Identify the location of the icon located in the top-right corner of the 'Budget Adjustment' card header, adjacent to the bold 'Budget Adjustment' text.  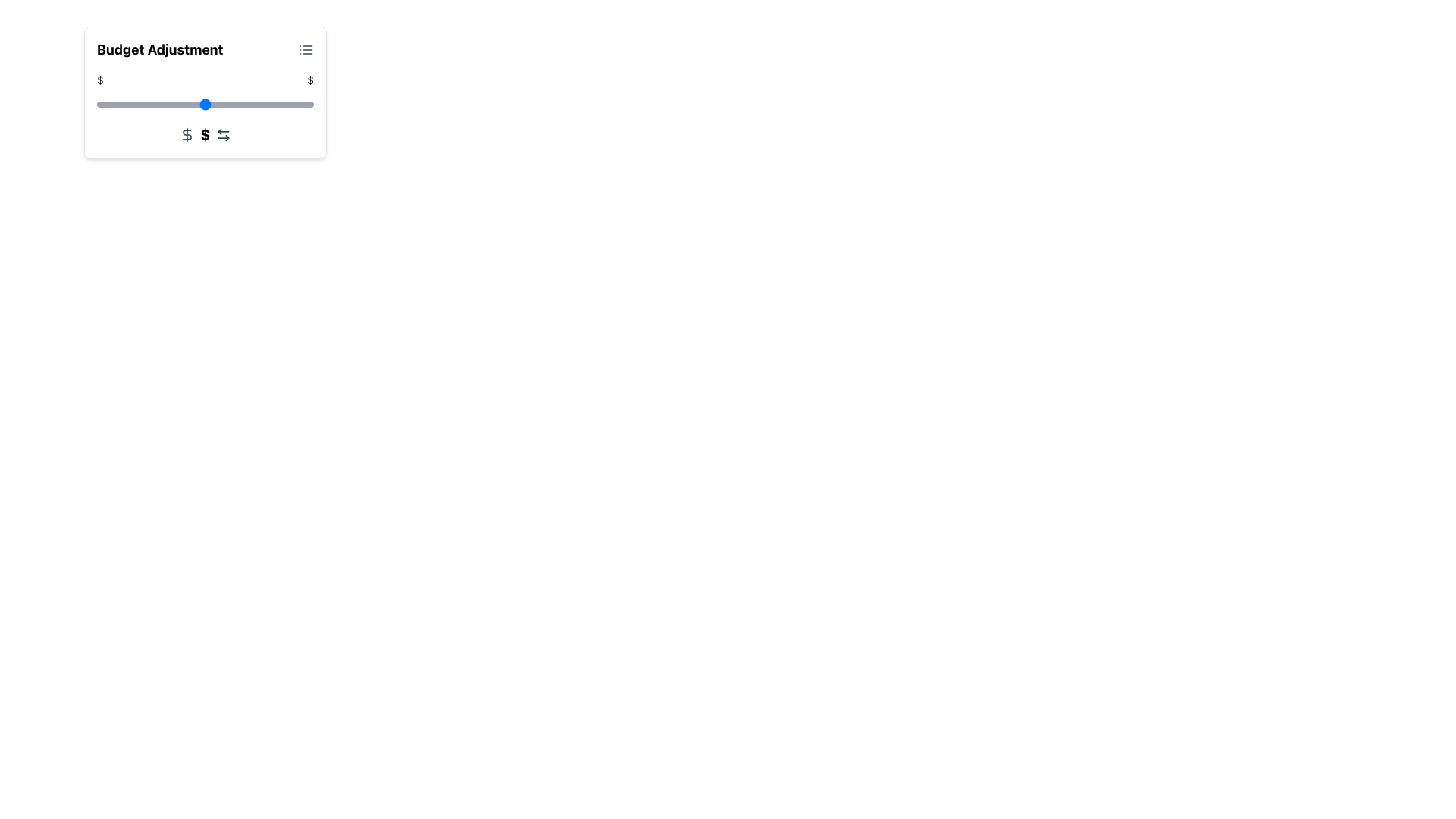
(305, 49).